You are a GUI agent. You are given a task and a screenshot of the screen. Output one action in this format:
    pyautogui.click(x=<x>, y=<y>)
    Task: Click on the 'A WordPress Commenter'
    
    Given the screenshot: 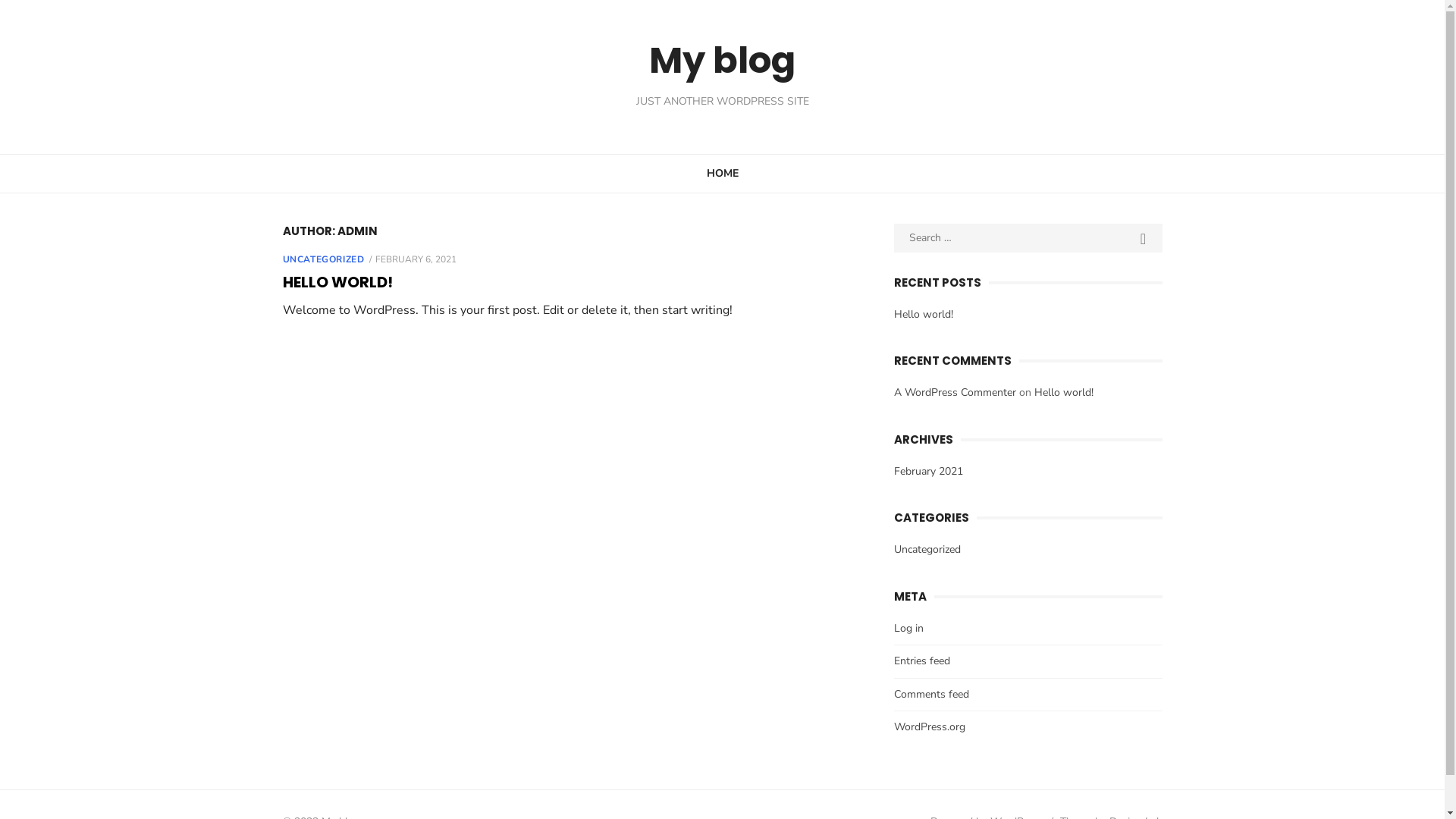 What is the action you would take?
    pyautogui.click(x=954, y=391)
    